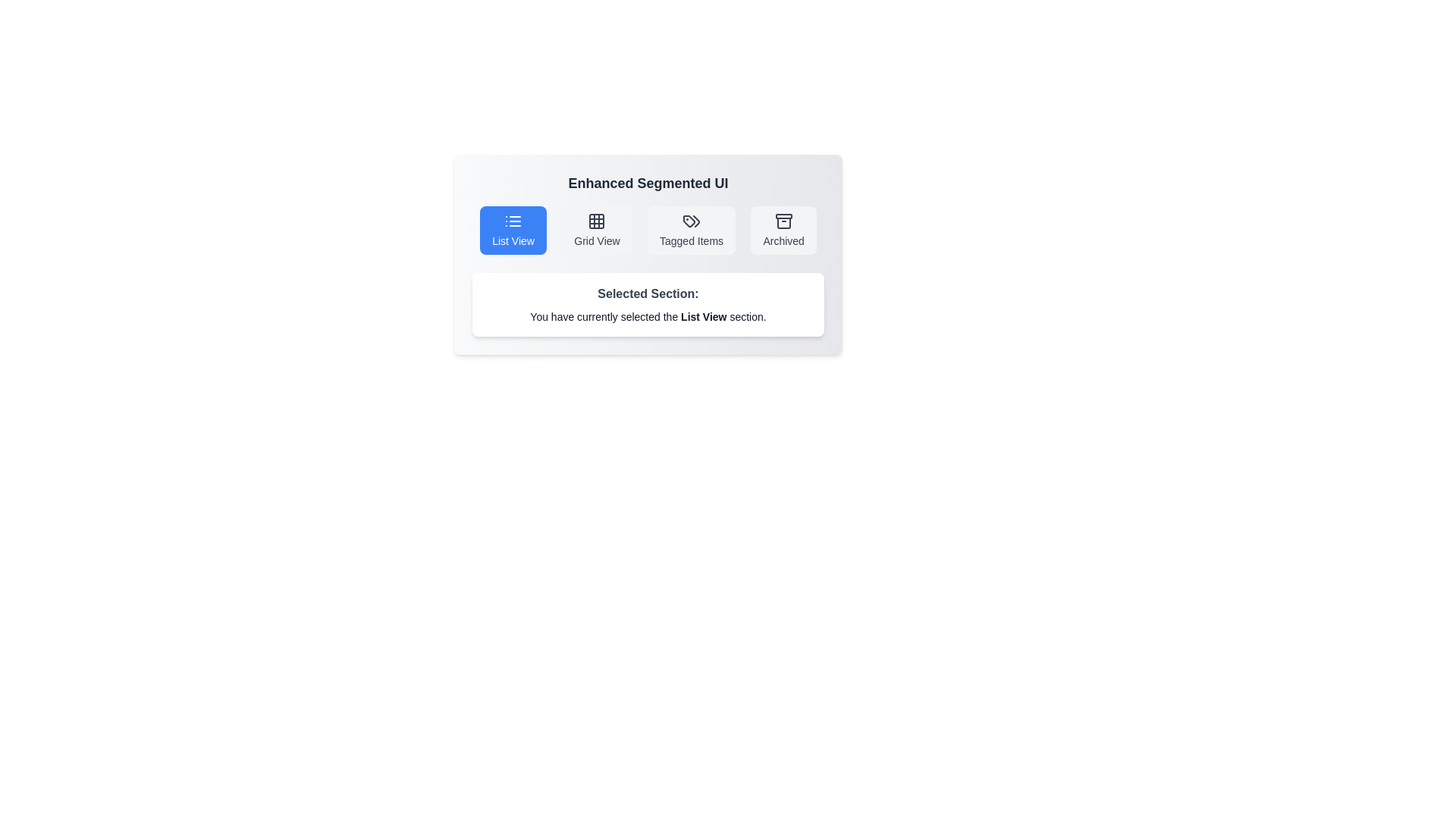 Image resolution: width=1456 pixels, height=819 pixels. What do you see at coordinates (783, 231) in the screenshot?
I see `the button with an icon and text combination that allows users` at bounding box center [783, 231].